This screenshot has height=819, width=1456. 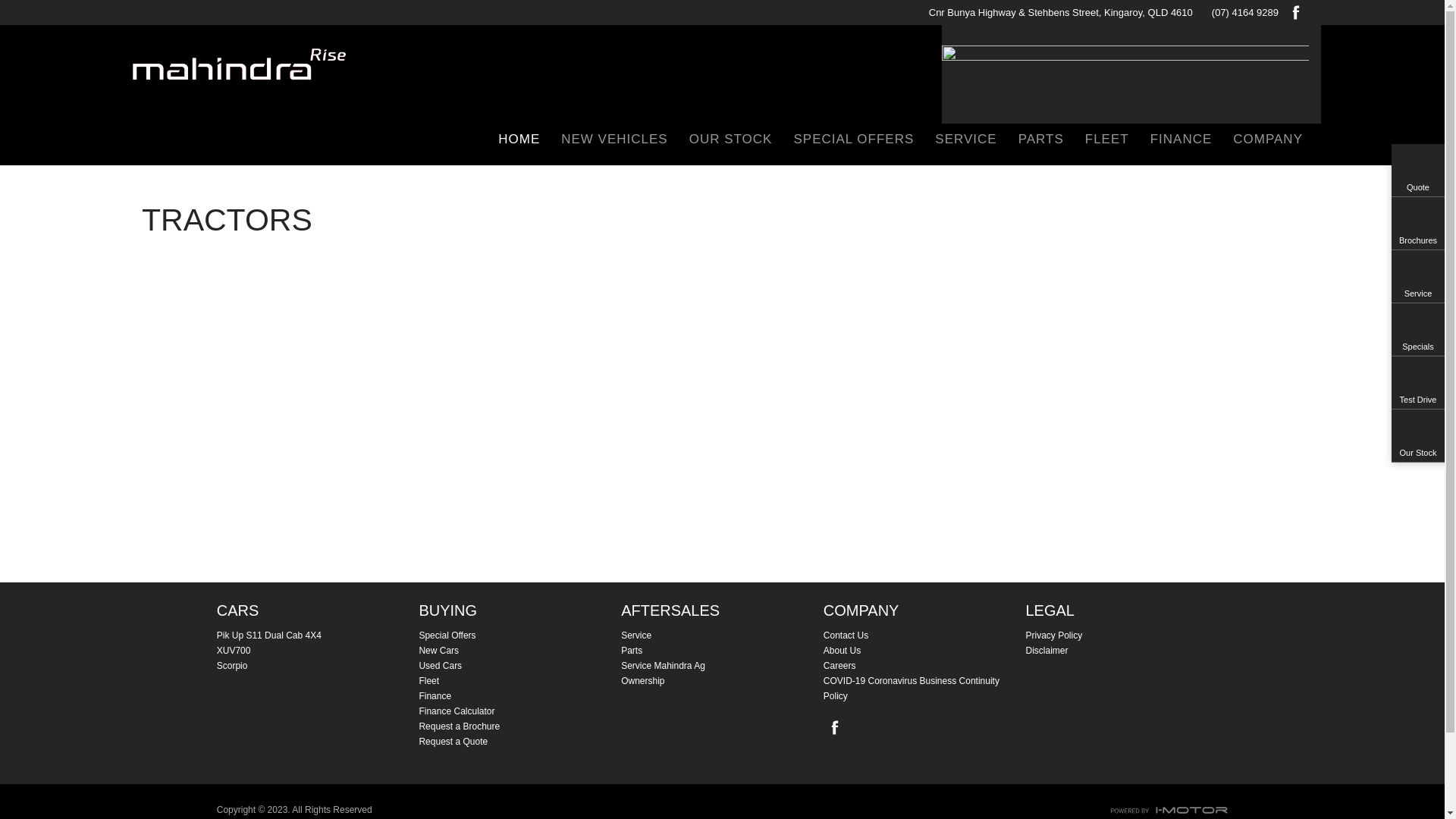 What do you see at coordinates (1263, 140) in the screenshot?
I see `'COMPANY'` at bounding box center [1263, 140].